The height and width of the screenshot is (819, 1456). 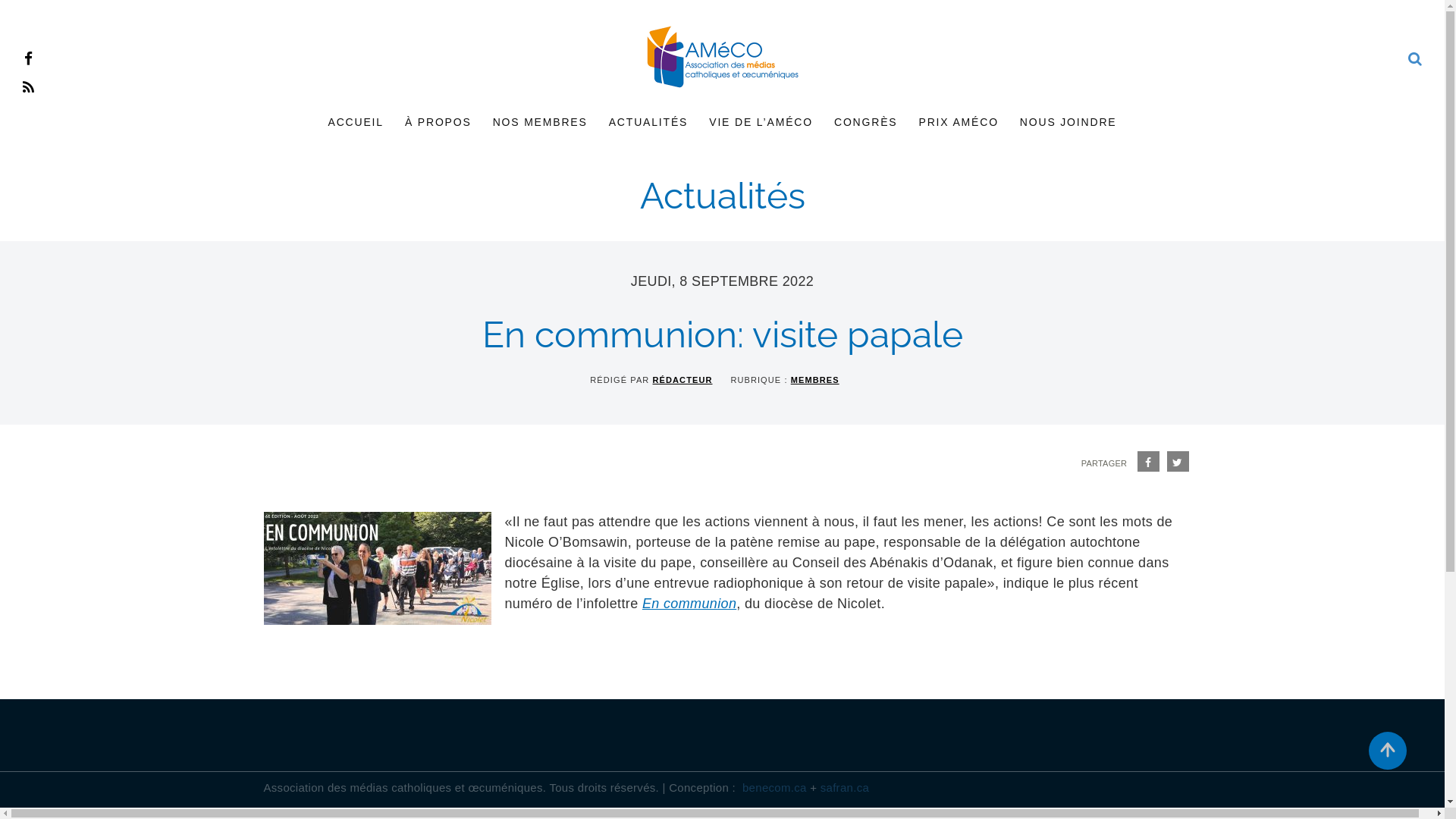 What do you see at coordinates (354, 121) in the screenshot?
I see `'ACCUEIL'` at bounding box center [354, 121].